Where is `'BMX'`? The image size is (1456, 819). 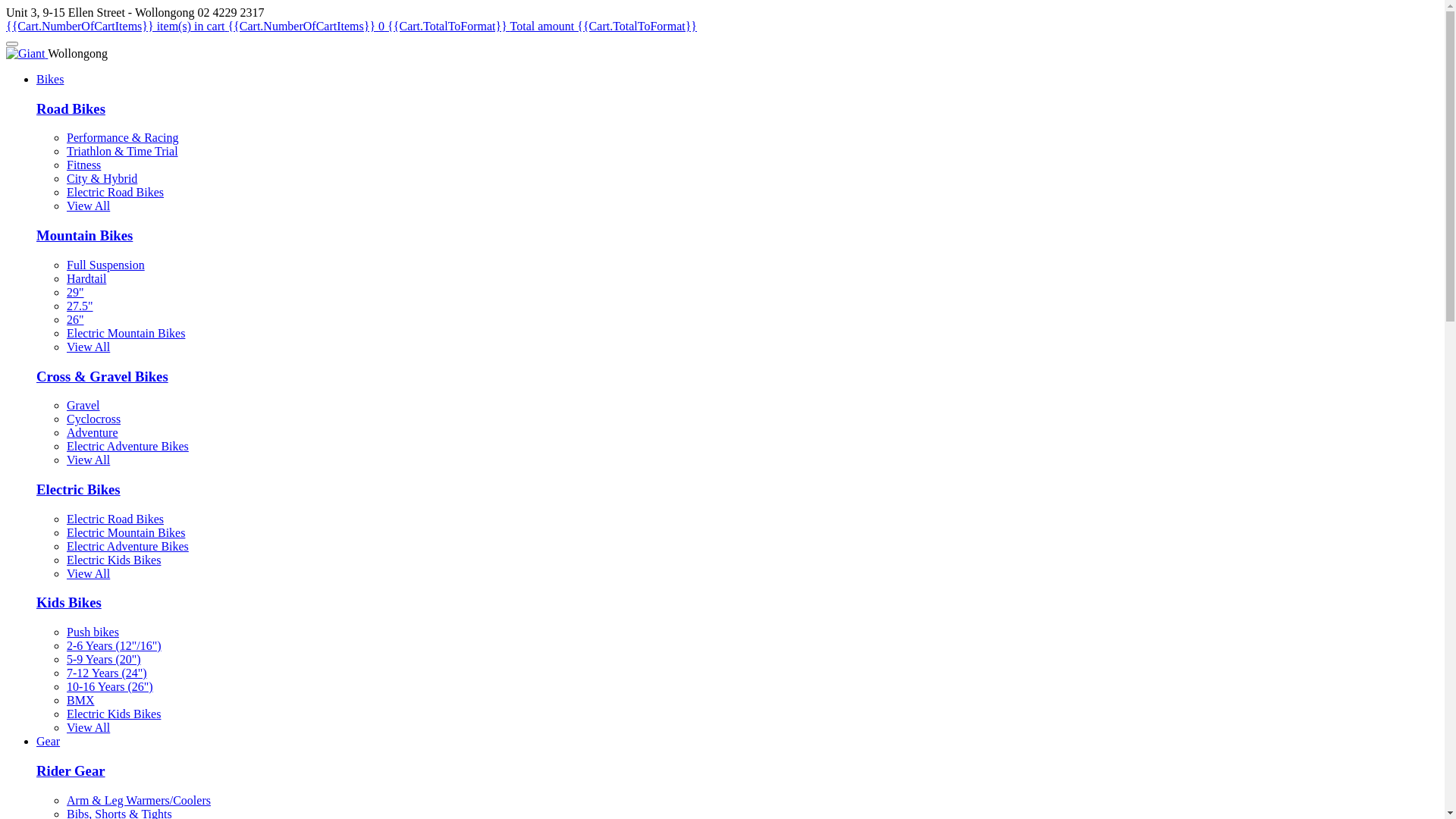
'BMX' is located at coordinates (79, 700).